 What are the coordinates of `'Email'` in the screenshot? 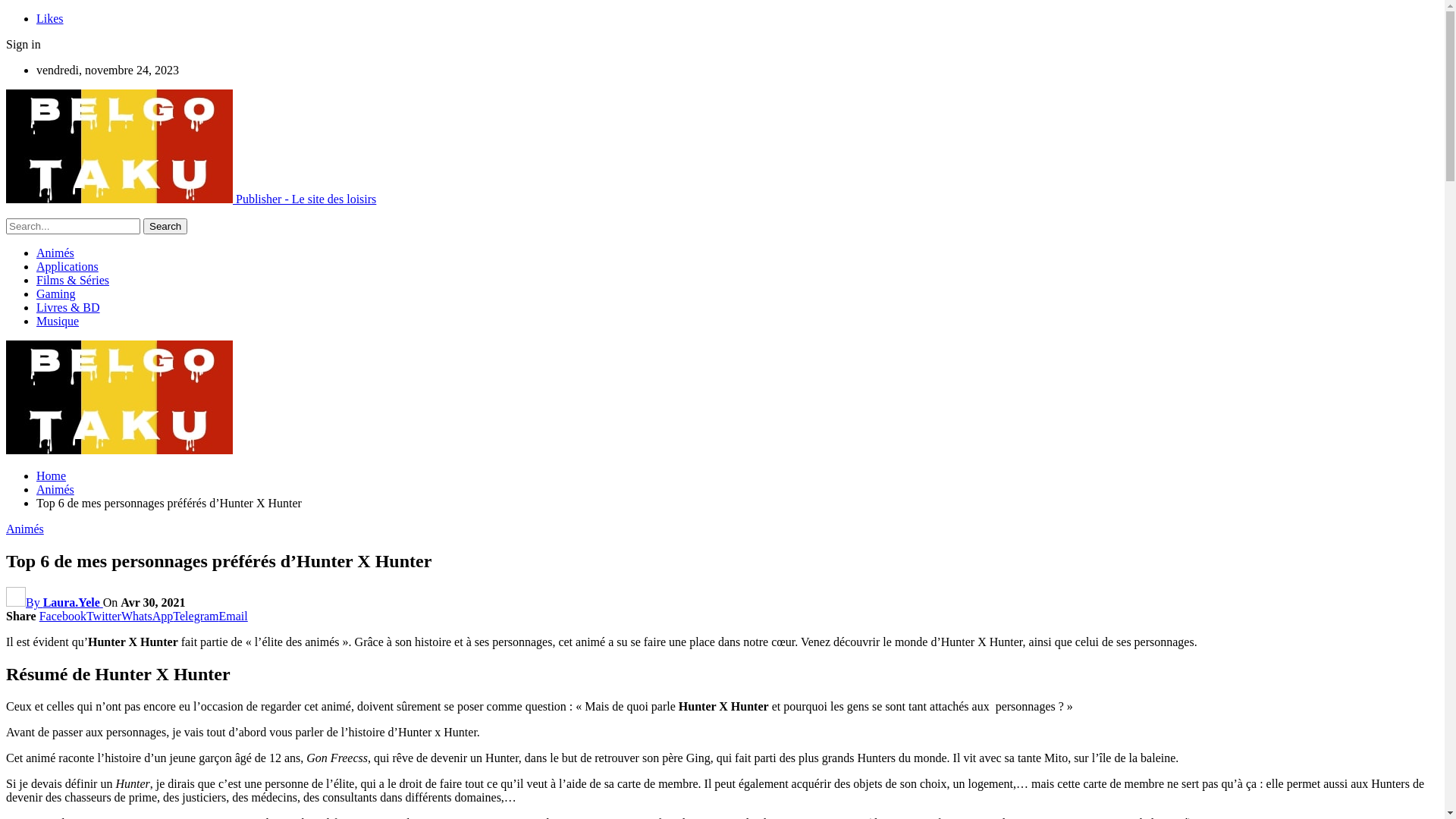 It's located at (218, 616).